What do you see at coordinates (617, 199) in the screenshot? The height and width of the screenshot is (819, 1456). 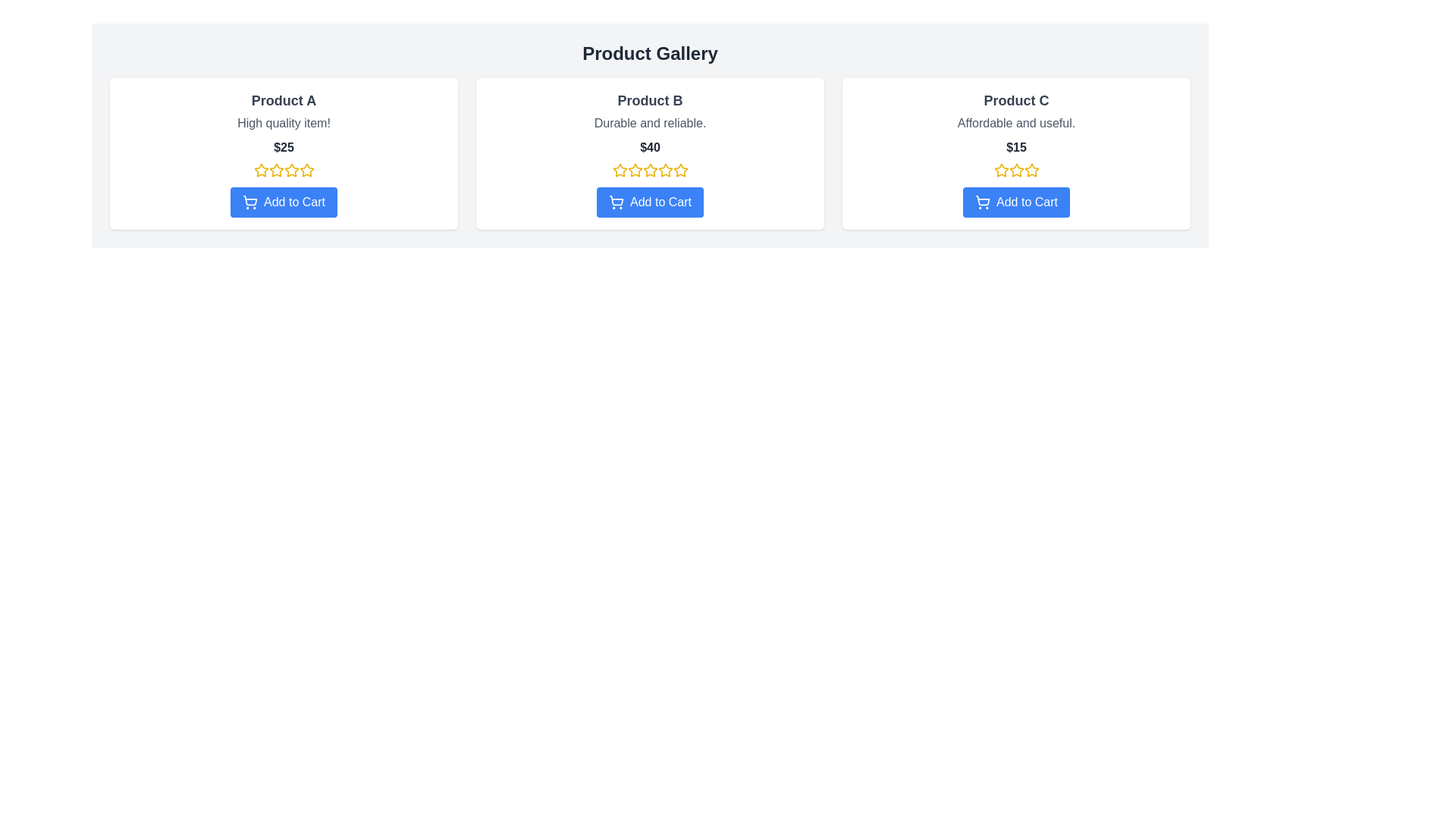 I see `the shopping cart icon representing the Add to Cart functionality for Product B, located within the second product card in the Product Gallery section` at bounding box center [617, 199].